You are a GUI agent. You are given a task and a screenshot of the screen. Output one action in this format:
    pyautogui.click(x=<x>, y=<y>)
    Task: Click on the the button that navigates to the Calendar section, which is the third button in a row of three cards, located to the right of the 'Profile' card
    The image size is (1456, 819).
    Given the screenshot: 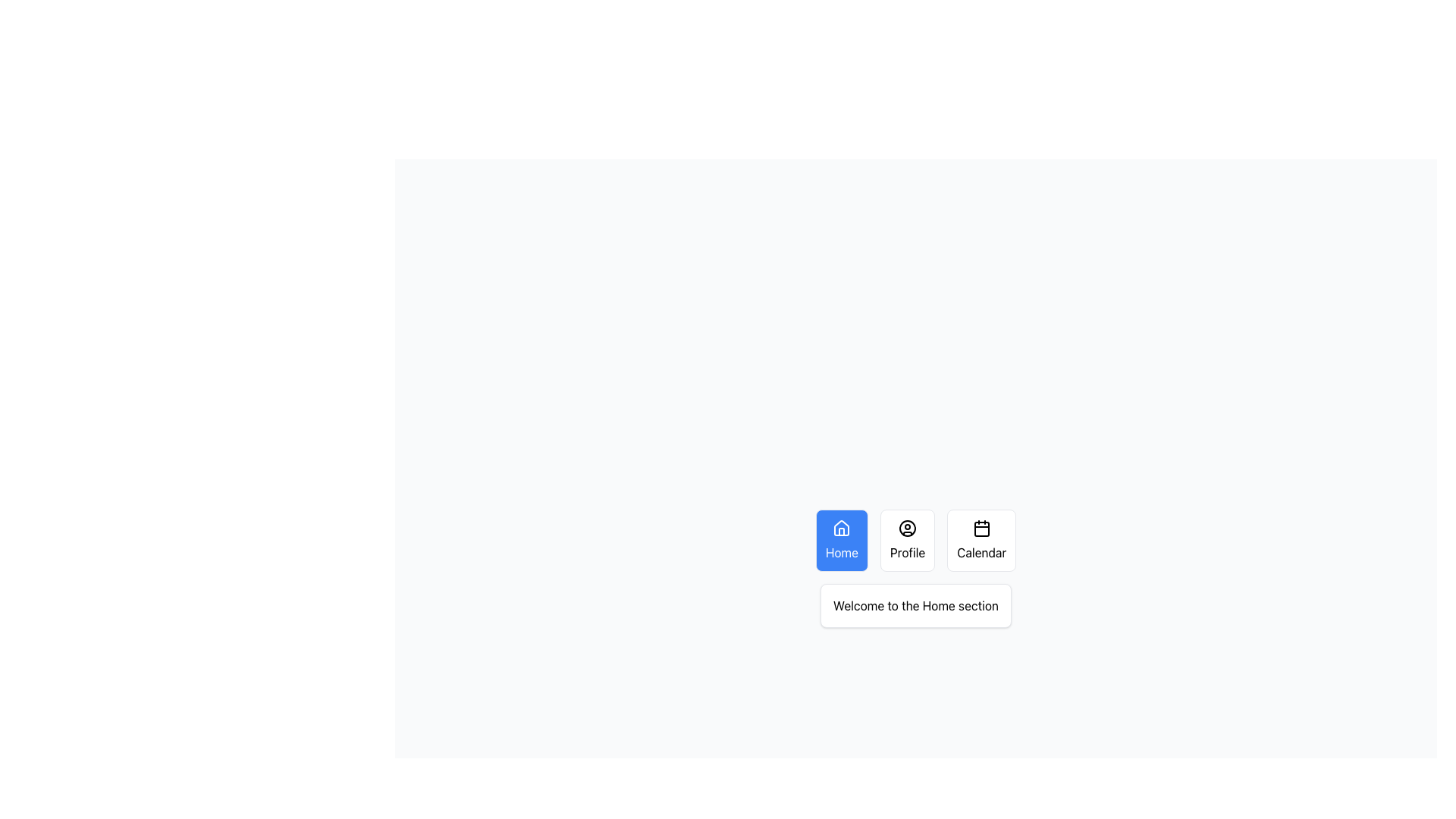 What is the action you would take?
    pyautogui.click(x=981, y=540)
    